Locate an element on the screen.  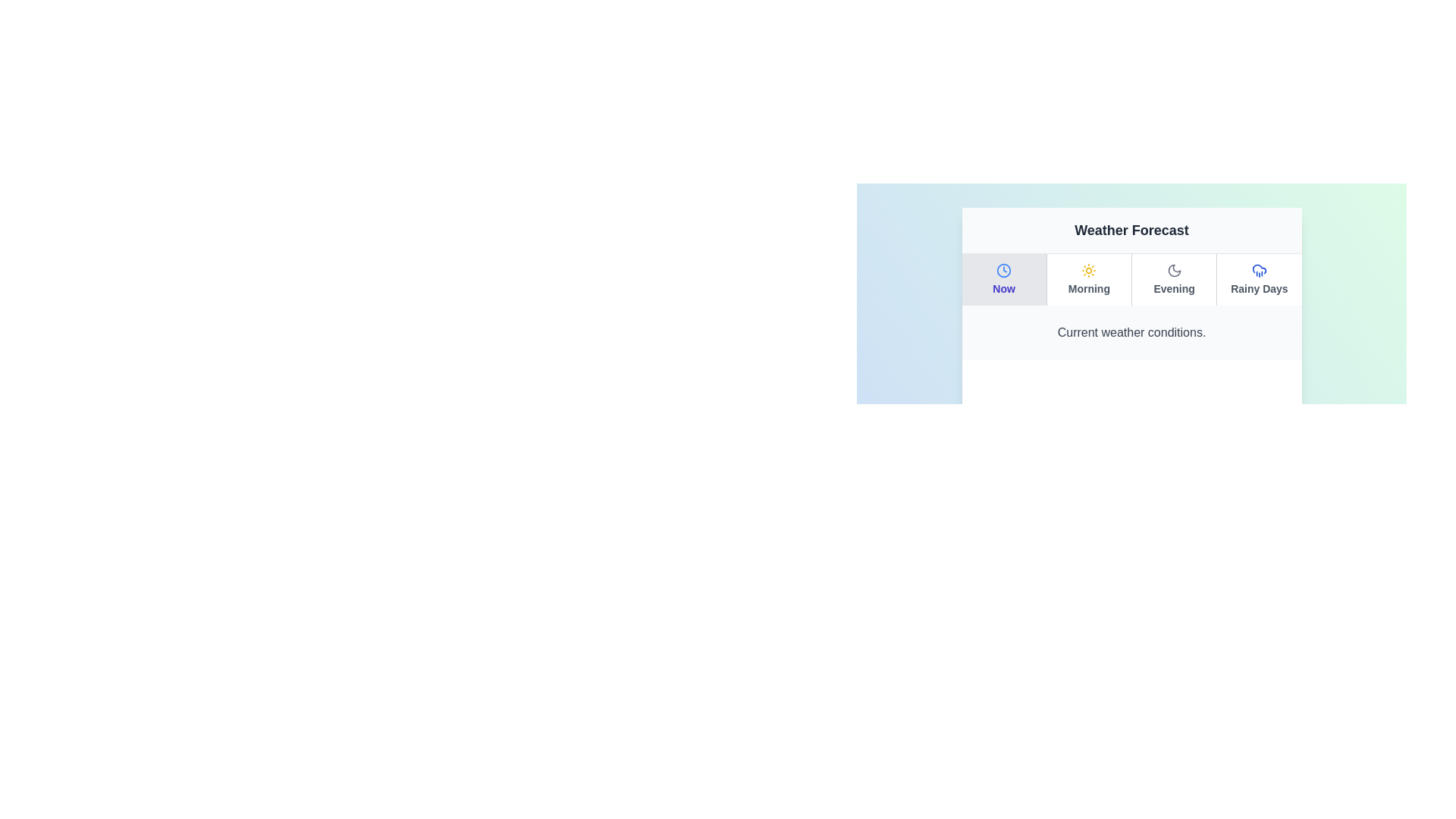
the yellow sun icon in the header menu for the 'Morning' section, which is located above the 'Morning' text is located at coordinates (1088, 270).